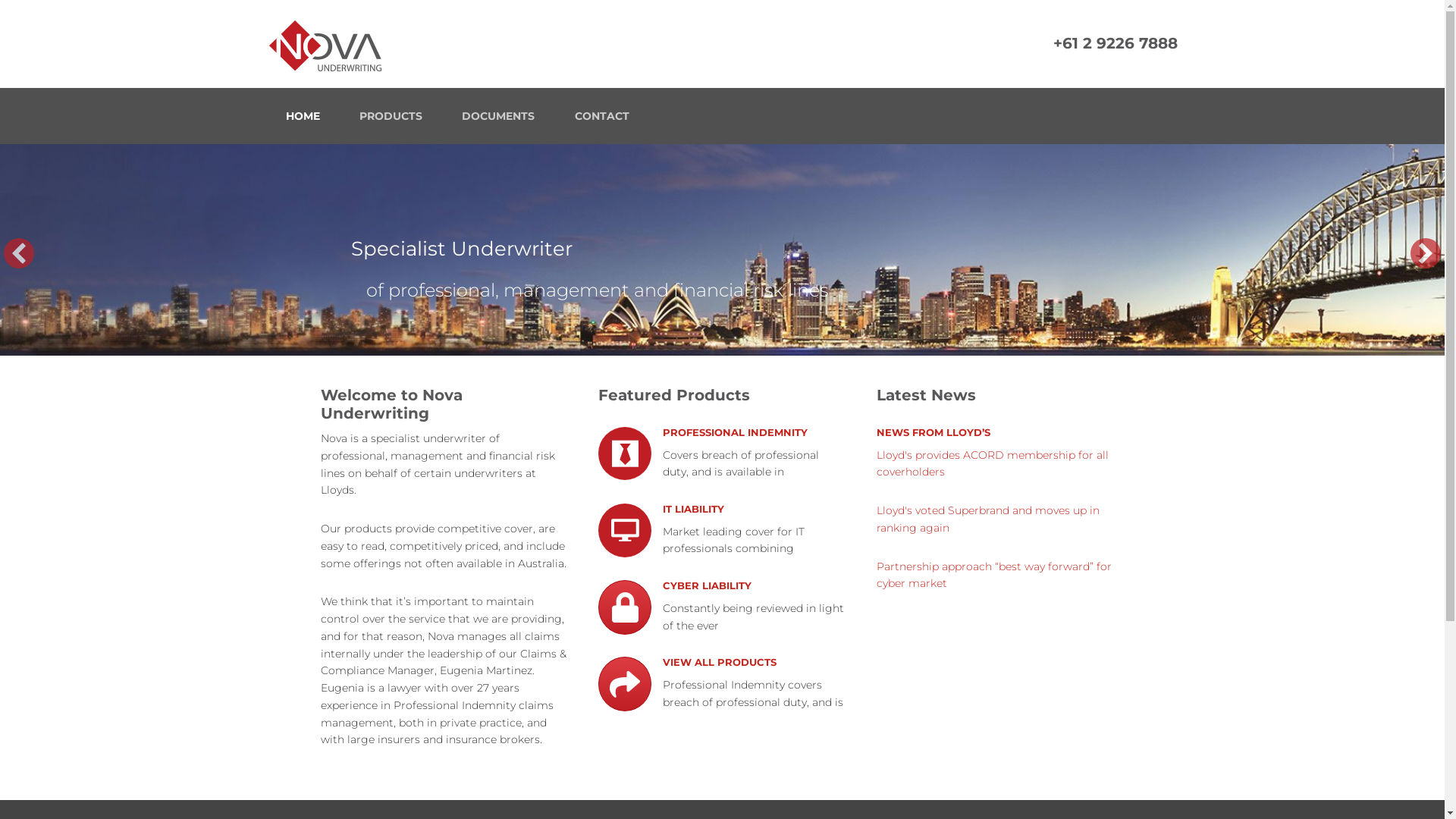  What do you see at coordinates (302, 115) in the screenshot?
I see `'HOME'` at bounding box center [302, 115].